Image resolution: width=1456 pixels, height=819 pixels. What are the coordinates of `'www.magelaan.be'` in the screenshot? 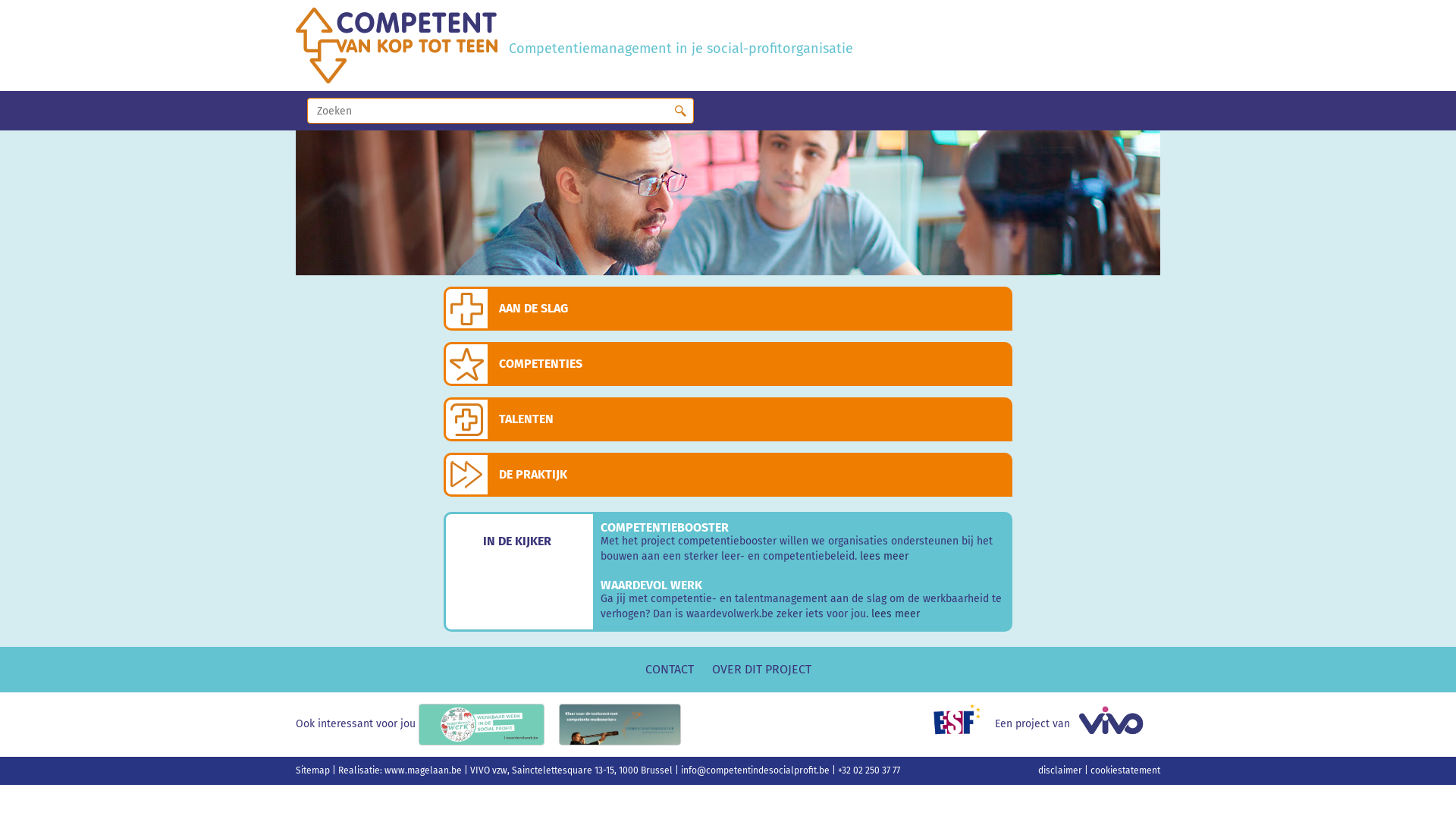 It's located at (424, 770).